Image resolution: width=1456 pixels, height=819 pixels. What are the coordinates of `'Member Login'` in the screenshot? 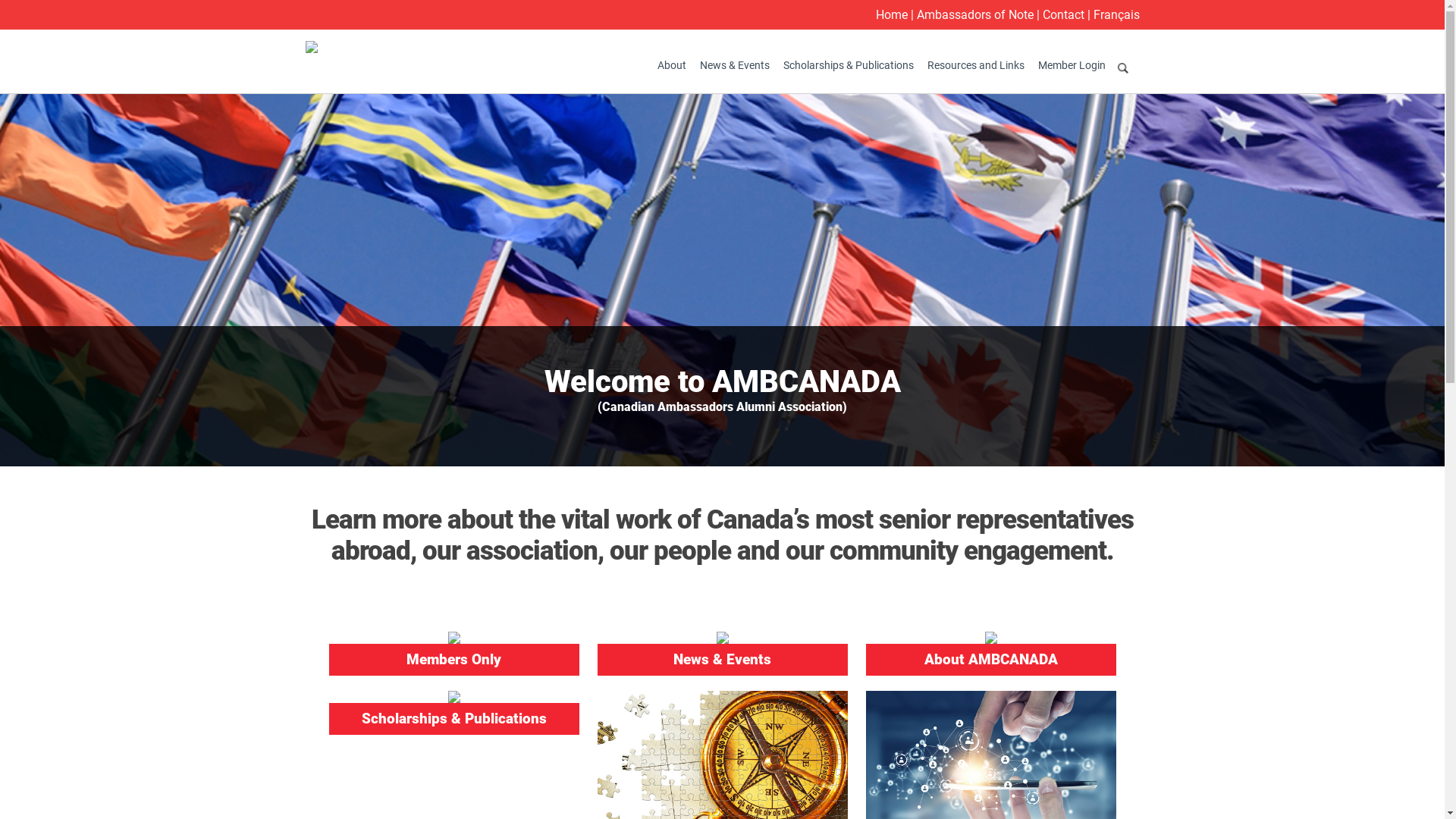 It's located at (1071, 64).